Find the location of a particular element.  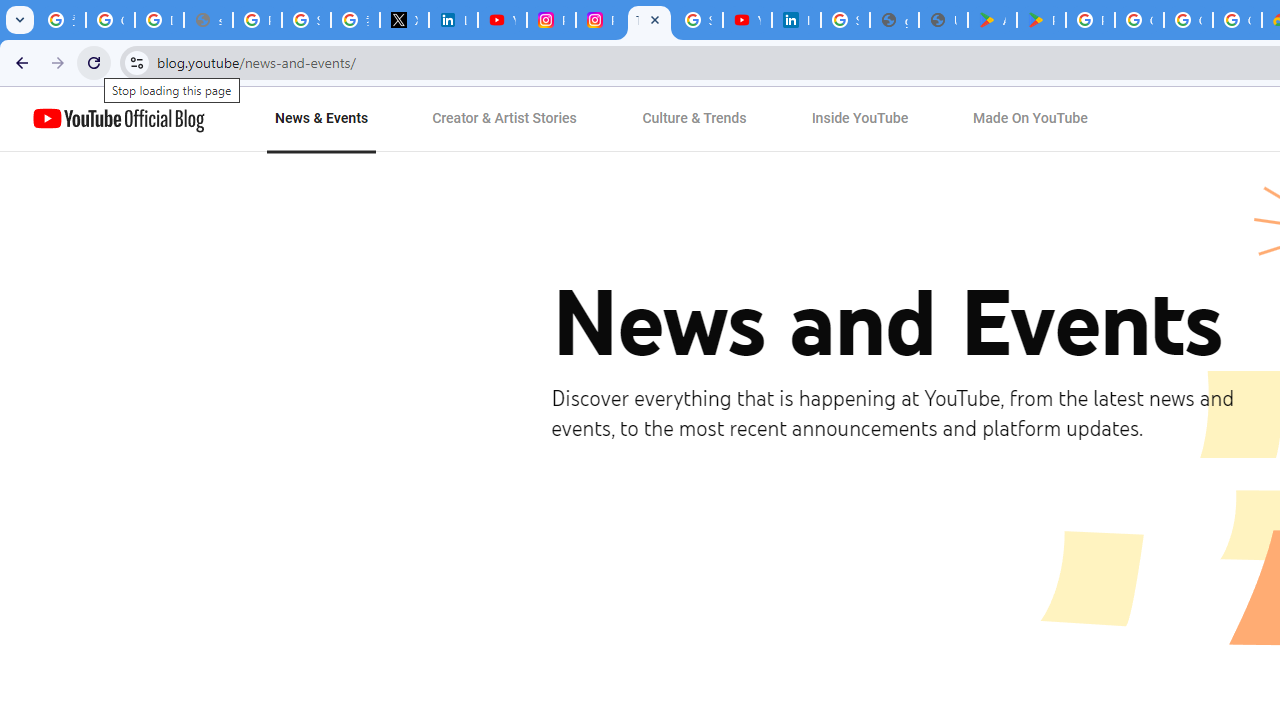

'Google Workspace - Specific Terms' is located at coordinates (1188, 20).